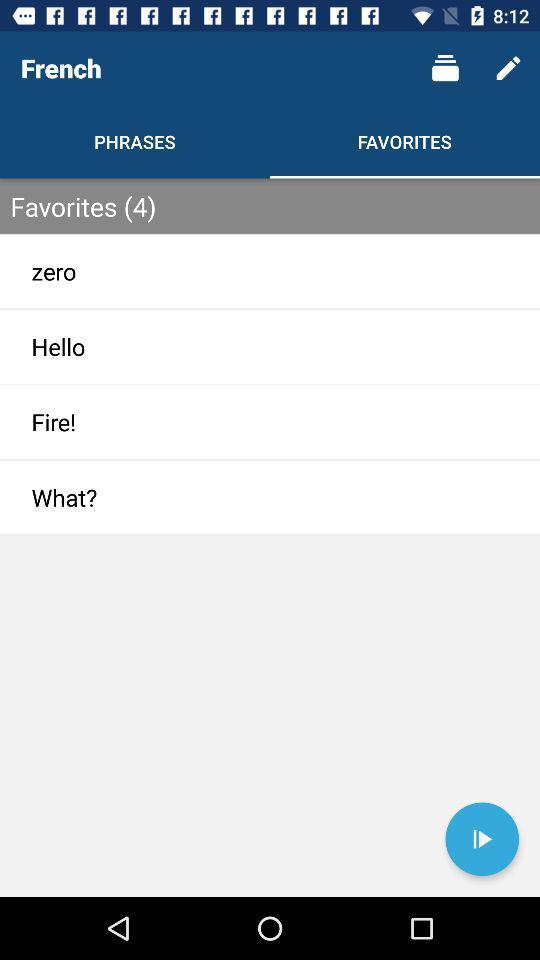  Describe the element at coordinates (508, 68) in the screenshot. I see `item above the favorites (4) icon` at that location.